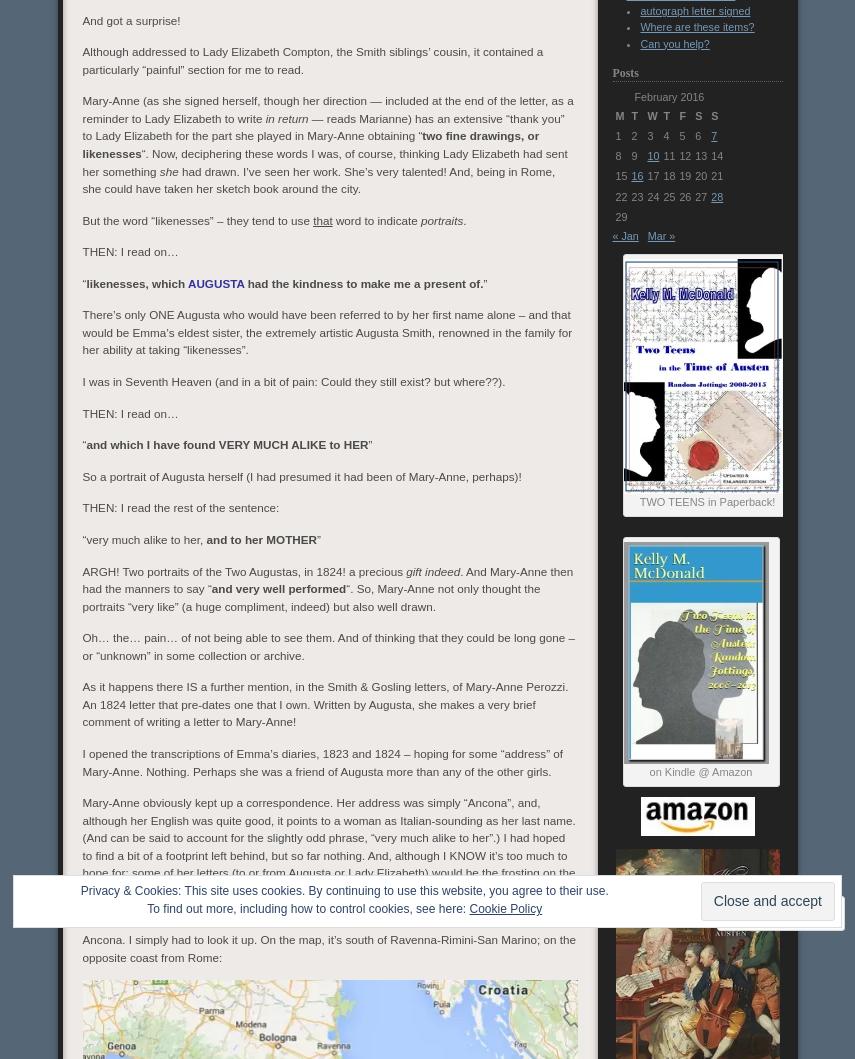 The width and height of the screenshot is (855, 1059). Describe the element at coordinates (309, 595) in the screenshot. I see `'“. So, Mary-Anne not only thought the portraits “very like” (a huge compliment, indeed) but also well drawn.'` at that location.